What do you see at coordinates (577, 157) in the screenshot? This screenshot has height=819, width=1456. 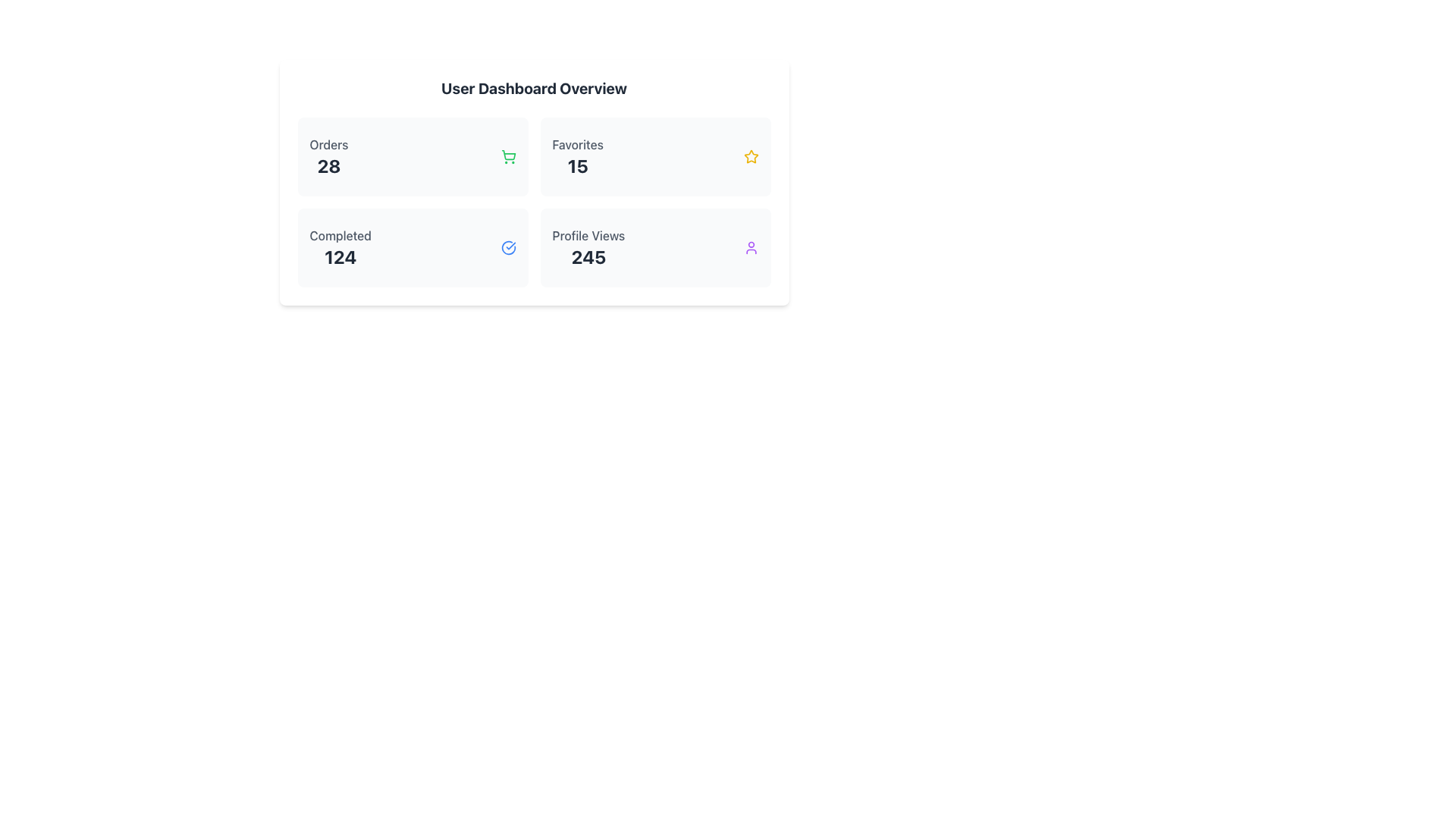 I see `the 'Favorites' label which displays the number '15', styled with medium-weight gray text above bold, large dark gray text, positioned in the top-right of the grid under 'User Dashboard Overview'` at bounding box center [577, 157].